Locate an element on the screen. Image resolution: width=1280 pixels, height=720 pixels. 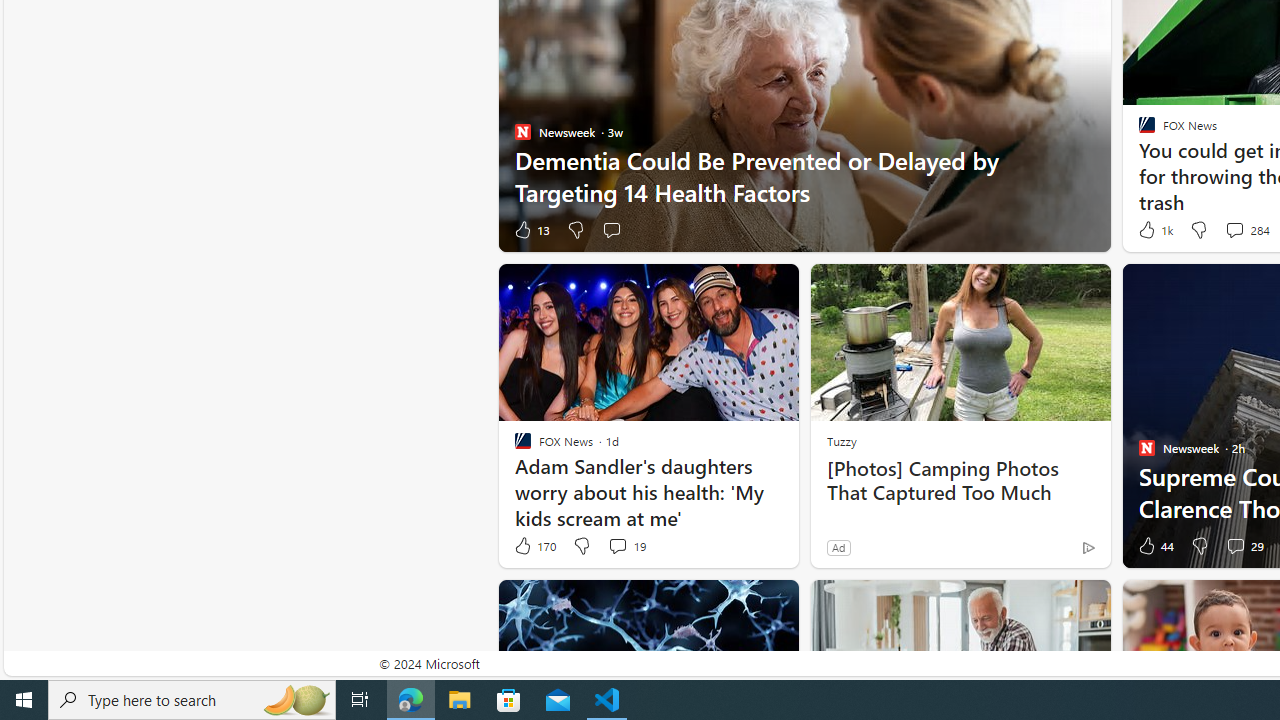
'170 Like' is located at coordinates (534, 546).